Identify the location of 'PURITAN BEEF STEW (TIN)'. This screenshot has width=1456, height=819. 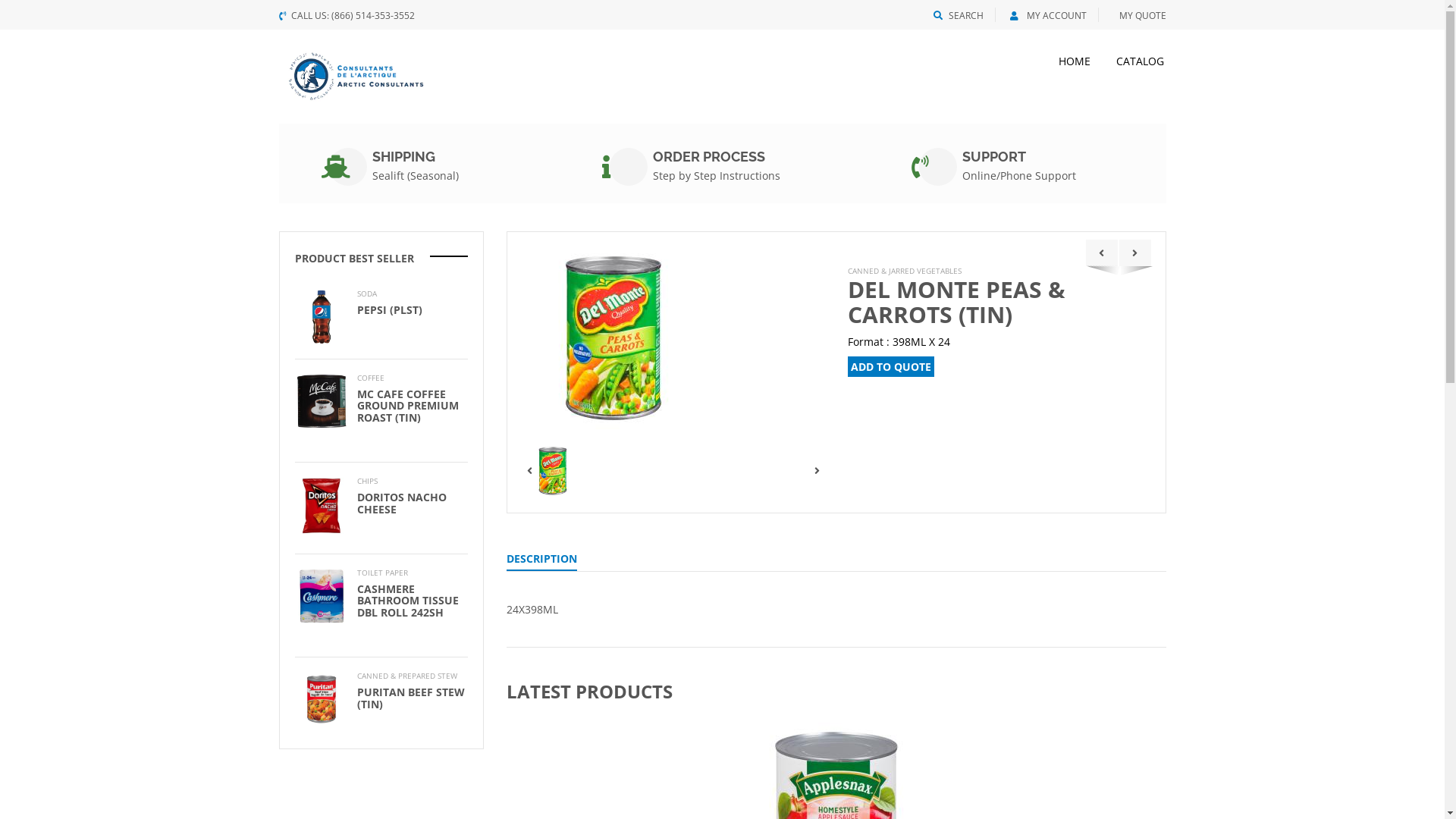
(410, 698).